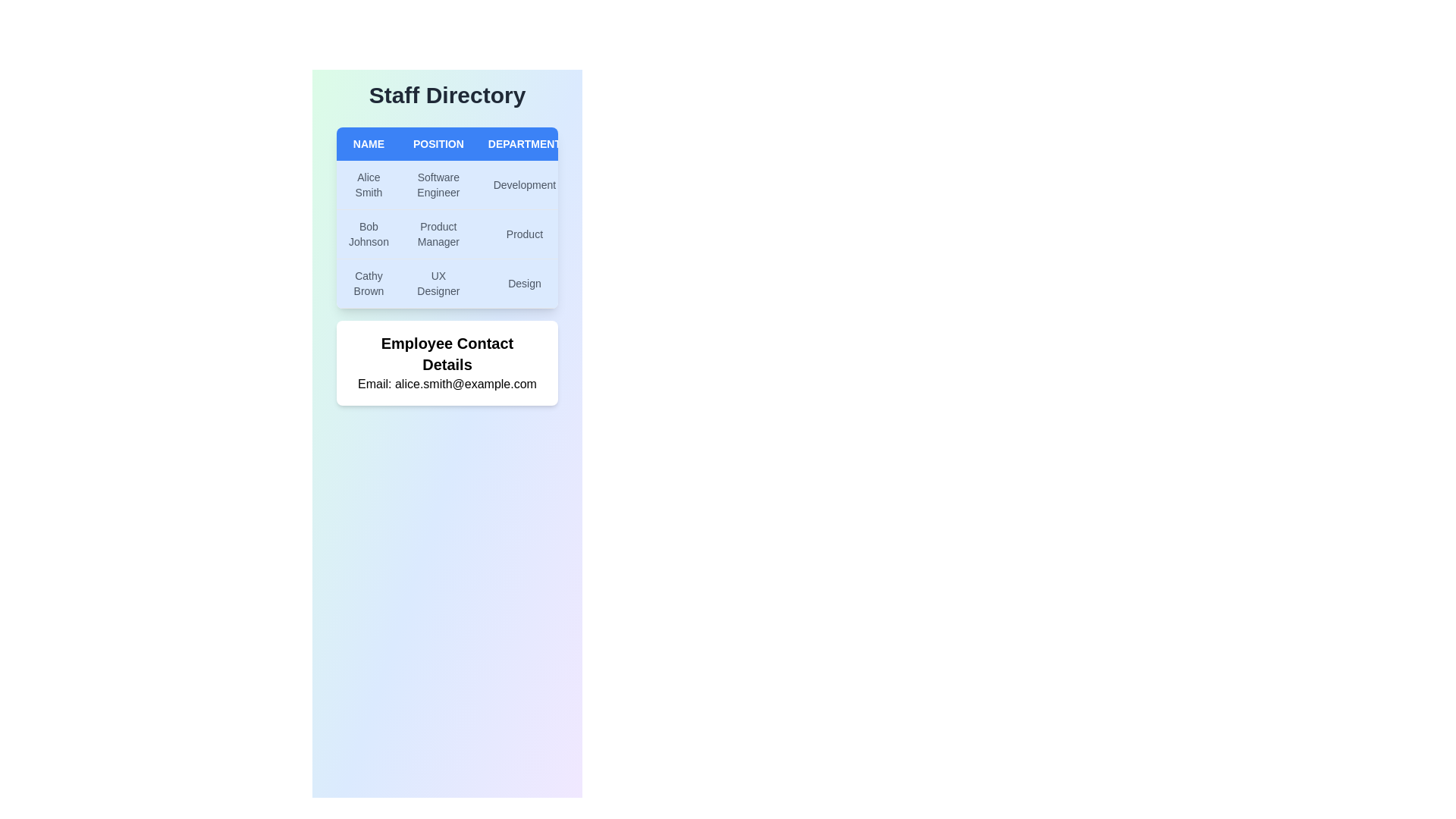 This screenshot has width=1456, height=819. I want to click on the table header cell labeled 'NAME', which is the first column header with a blue background and bold white text, so click(369, 143).